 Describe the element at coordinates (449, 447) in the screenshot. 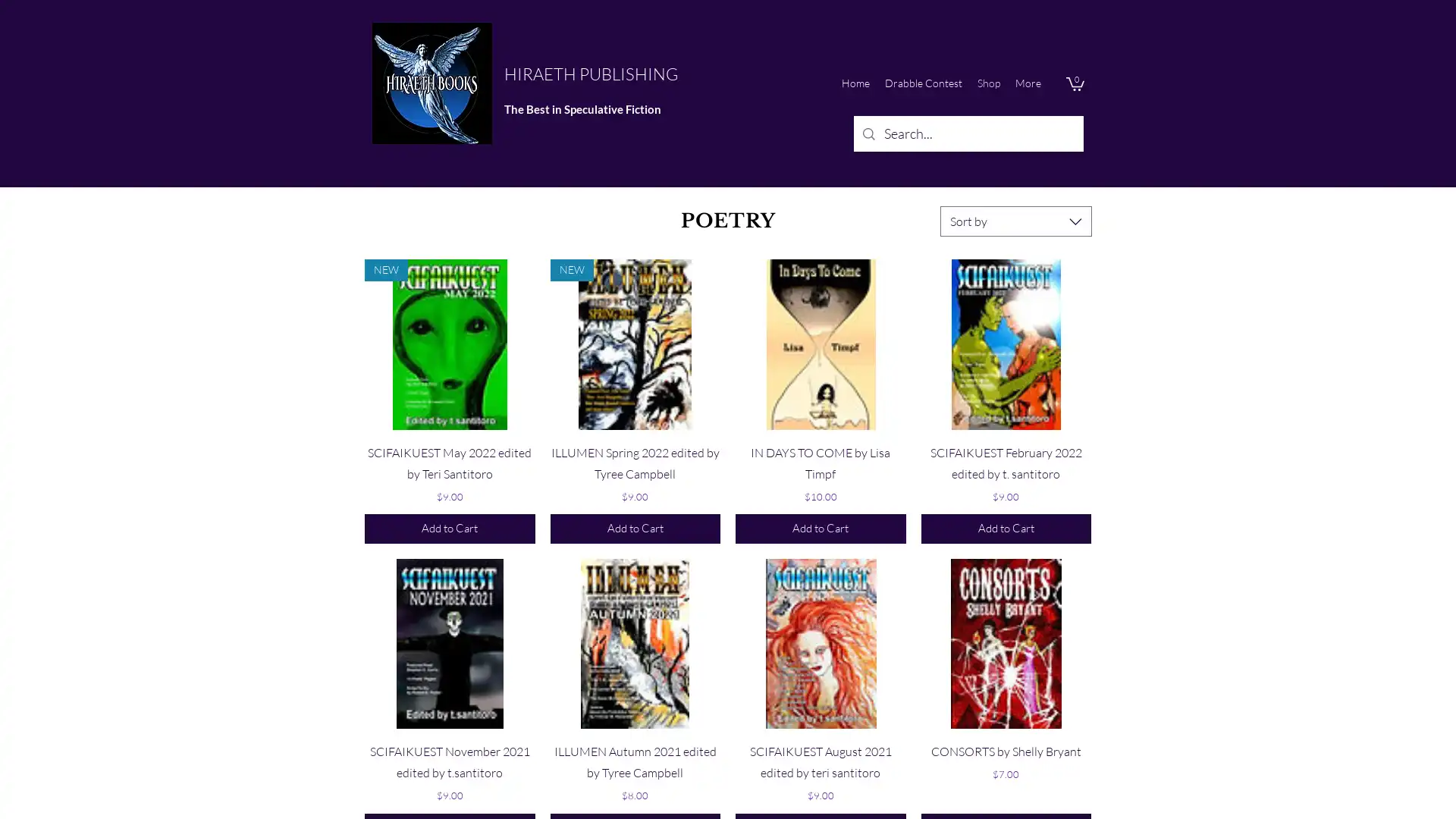

I see `Quick View` at that location.